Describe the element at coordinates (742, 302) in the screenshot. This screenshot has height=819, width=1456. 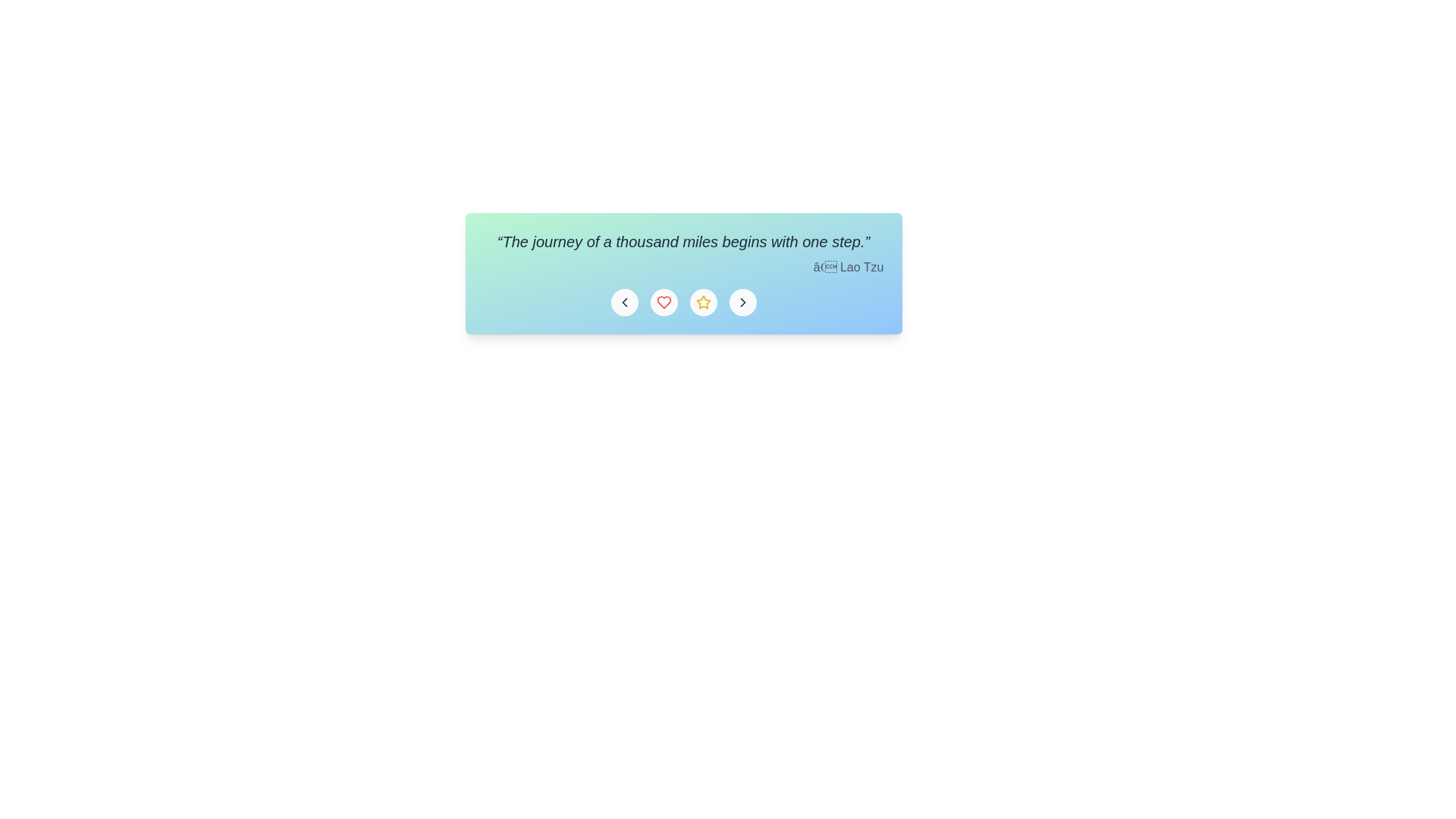
I see `the chevron icon pointing to the right, which serves as a navigation cue among the buttons below the quote and author information` at that location.